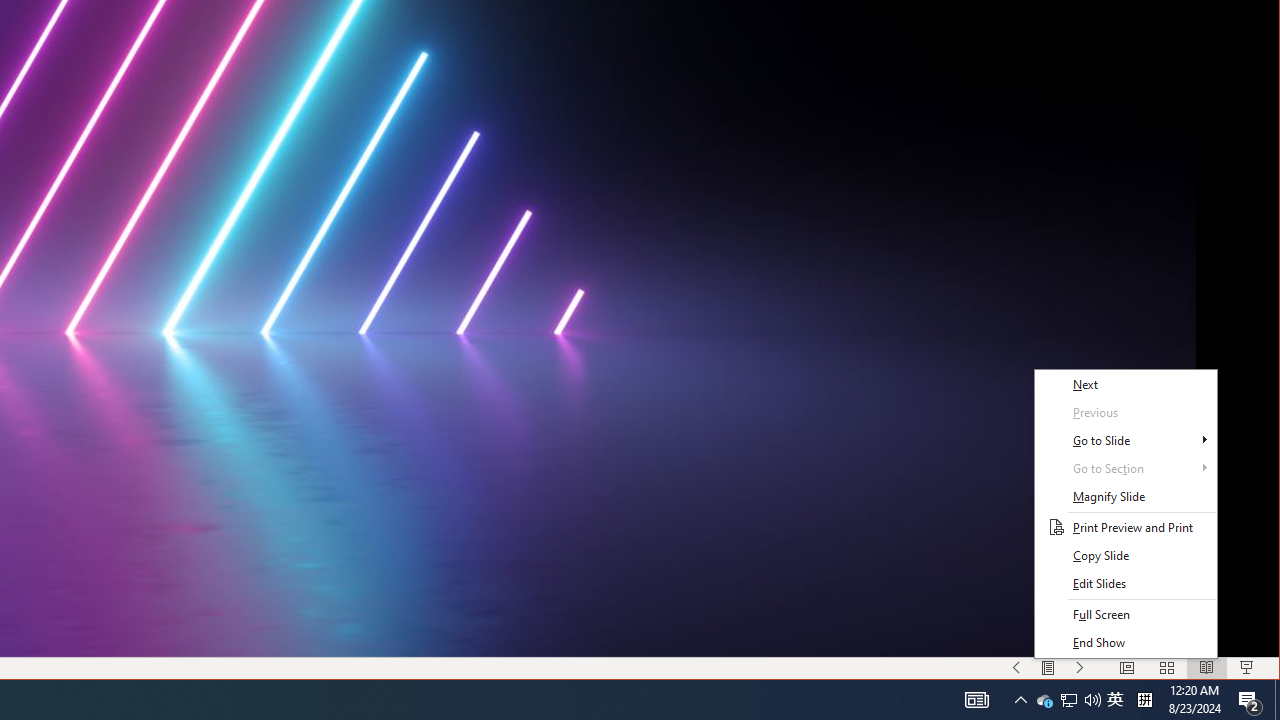 The height and width of the screenshot is (720, 1280). What do you see at coordinates (1125, 512) in the screenshot?
I see `'Class: NetUITWMenuContainer'` at bounding box center [1125, 512].